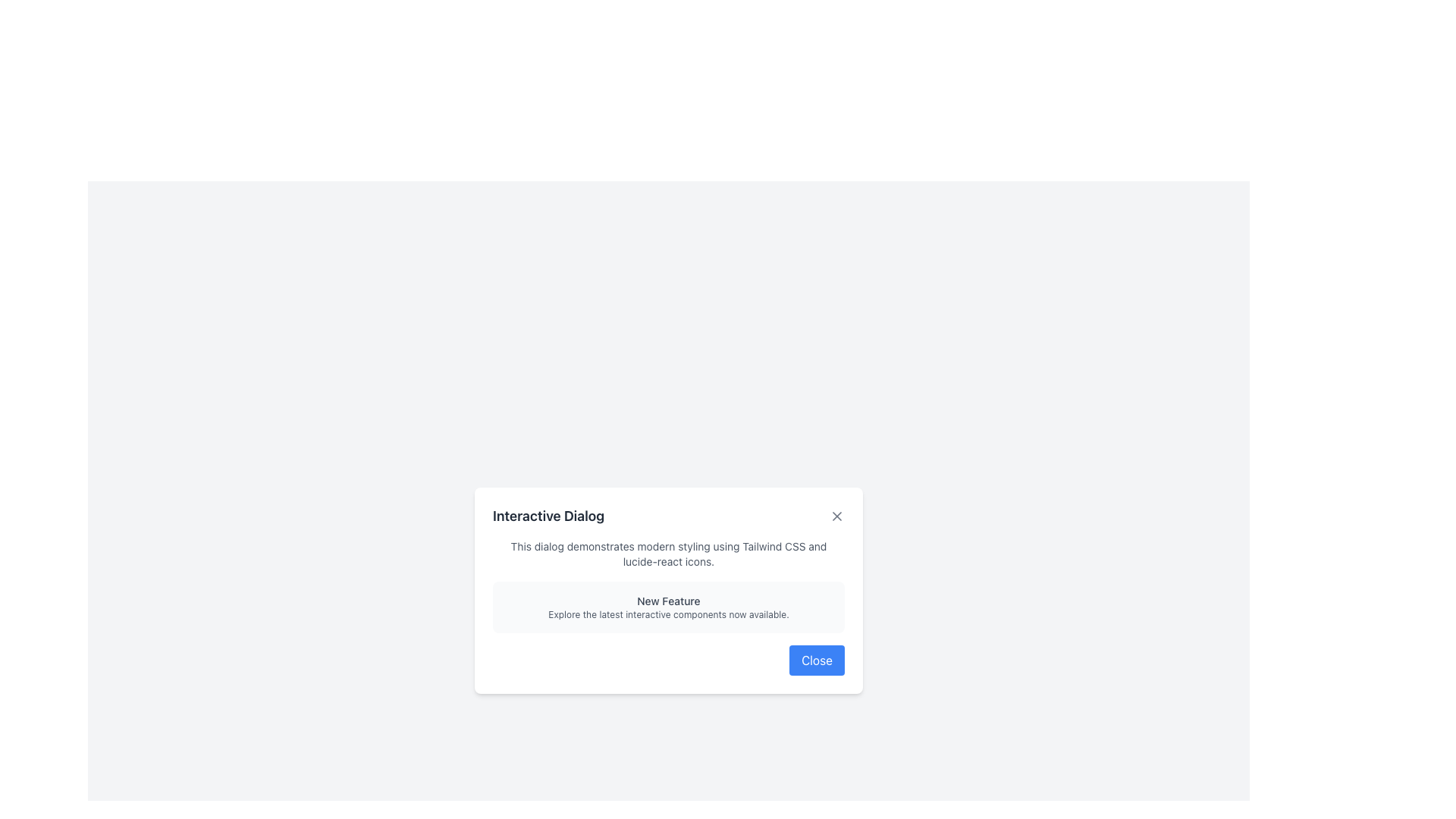  Describe the element at coordinates (668, 614) in the screenshot. I see `the static text providing informative details about the feature announcement located directly underneath the 'New Feature' text` at that location.